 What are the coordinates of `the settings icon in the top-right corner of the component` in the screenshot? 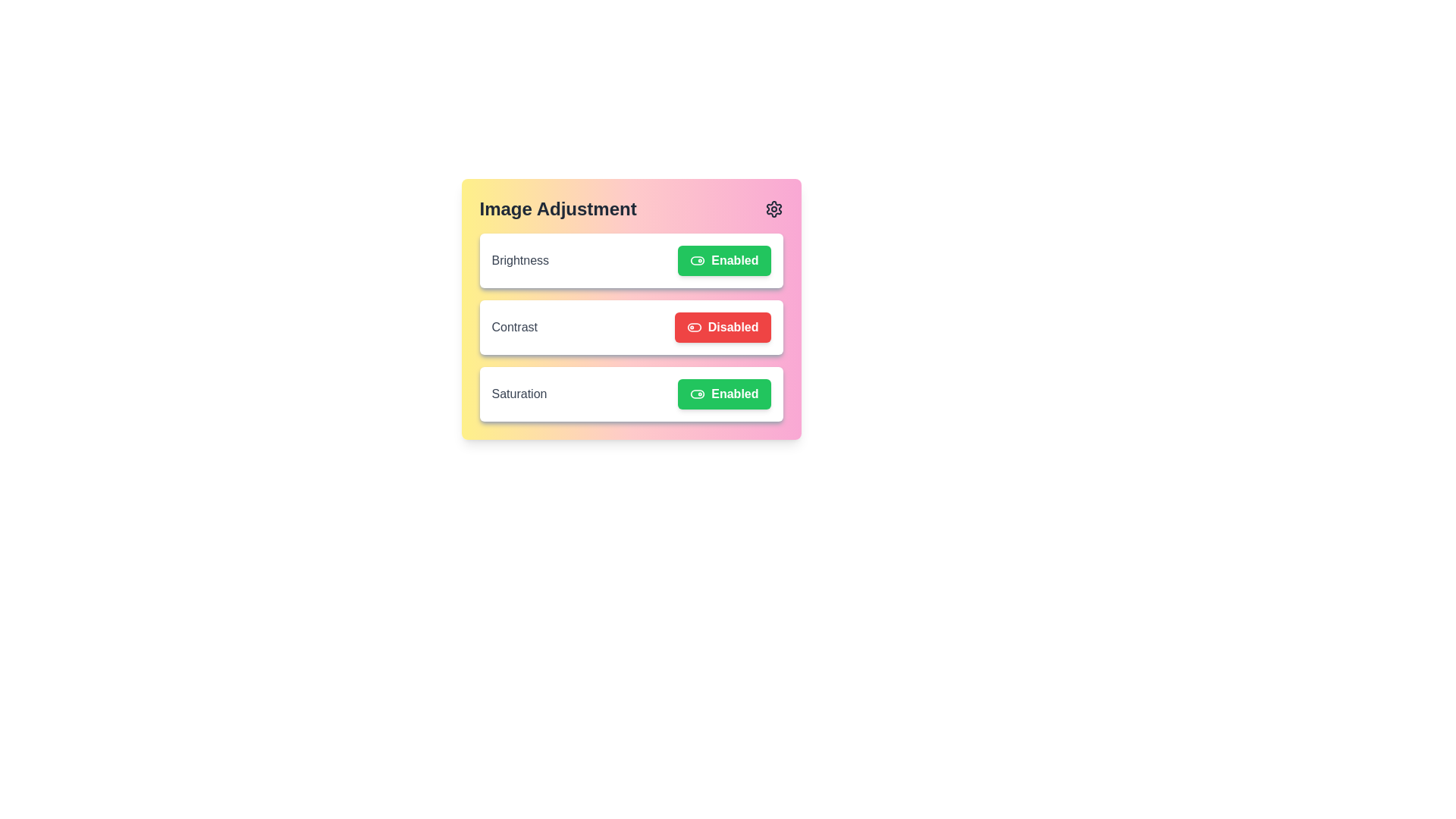 It's located at (773, 209).